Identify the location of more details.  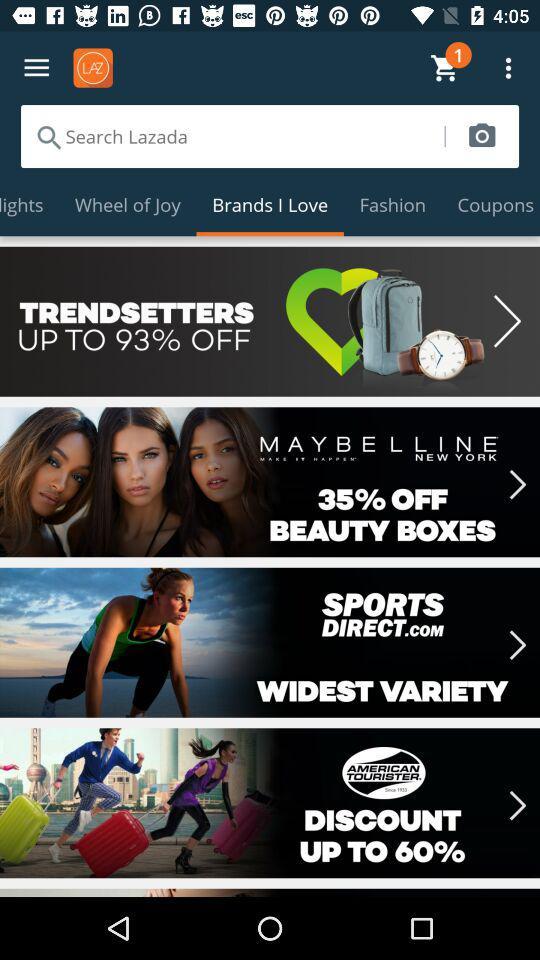
(270, 641).